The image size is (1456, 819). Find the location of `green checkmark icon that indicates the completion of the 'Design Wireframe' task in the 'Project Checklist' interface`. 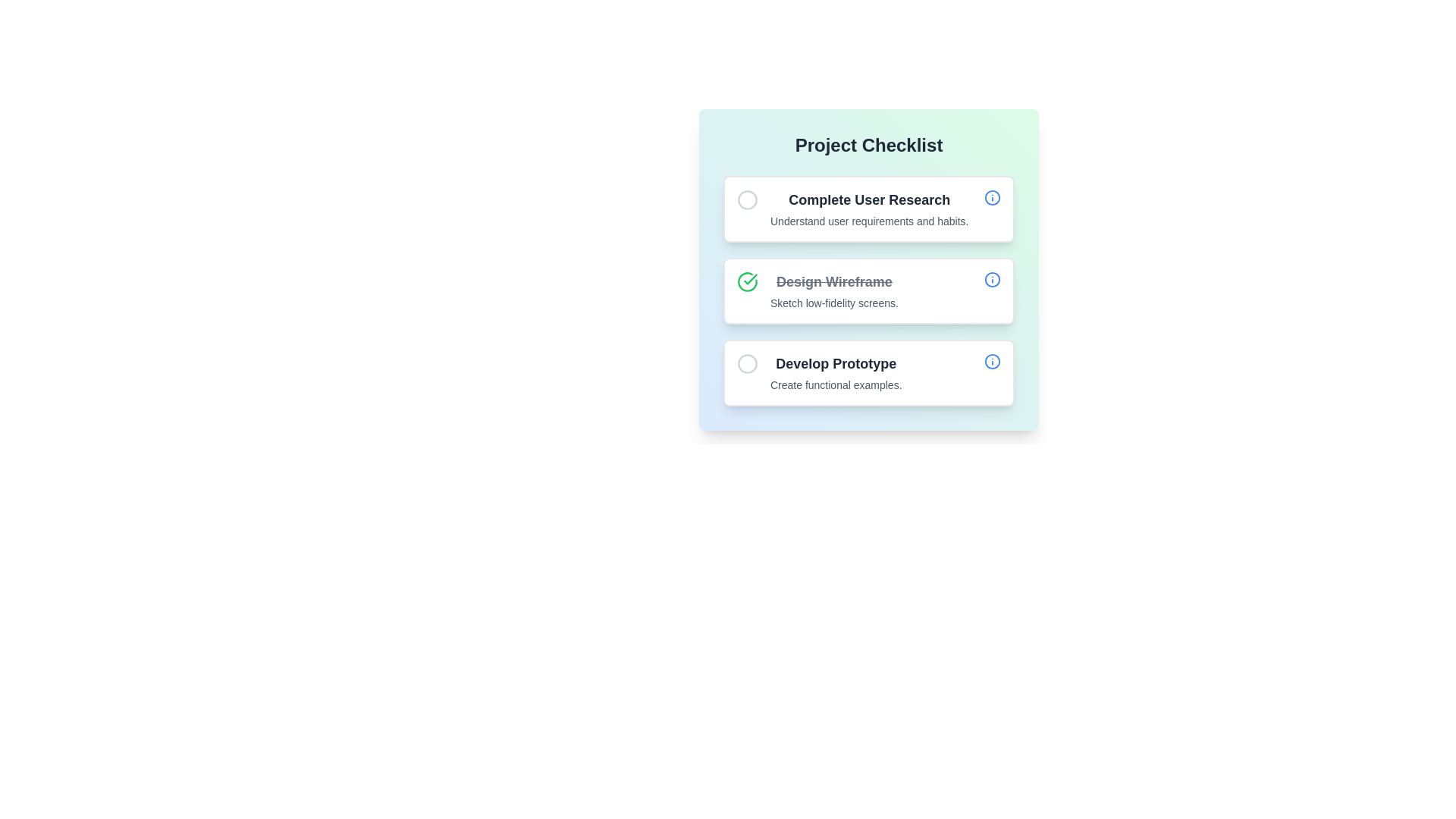

green checkmark icon that indicates the completion of the 'Design Wireframe' task in the 'Project Checklist' interface is located at coordinates (751, 279).